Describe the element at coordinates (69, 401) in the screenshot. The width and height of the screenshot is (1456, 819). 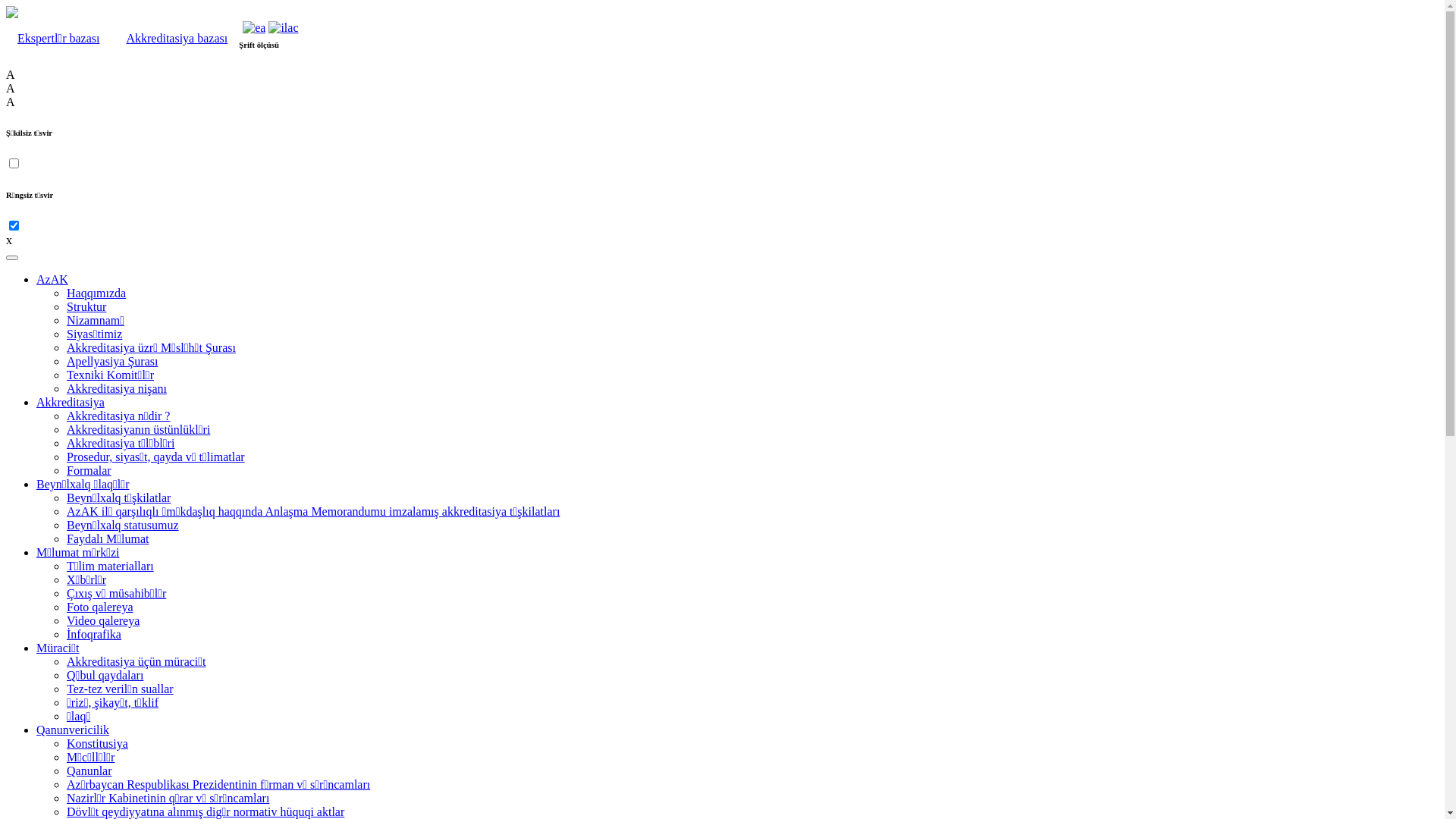
I see `'Akkreditasiya'` at that location.